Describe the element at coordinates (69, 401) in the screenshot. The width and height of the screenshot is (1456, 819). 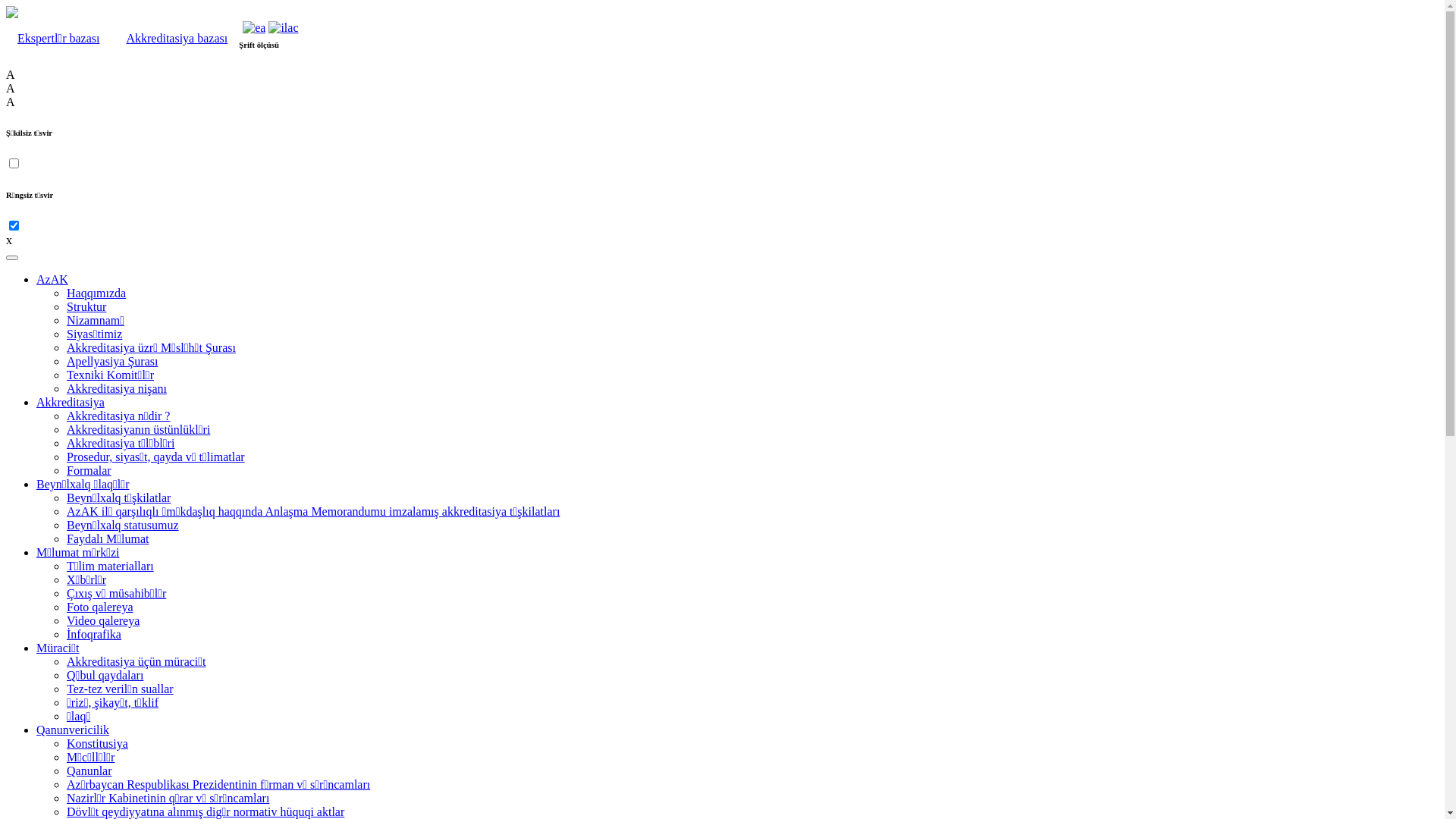
I see `'Akkreditasiya'` at that location.